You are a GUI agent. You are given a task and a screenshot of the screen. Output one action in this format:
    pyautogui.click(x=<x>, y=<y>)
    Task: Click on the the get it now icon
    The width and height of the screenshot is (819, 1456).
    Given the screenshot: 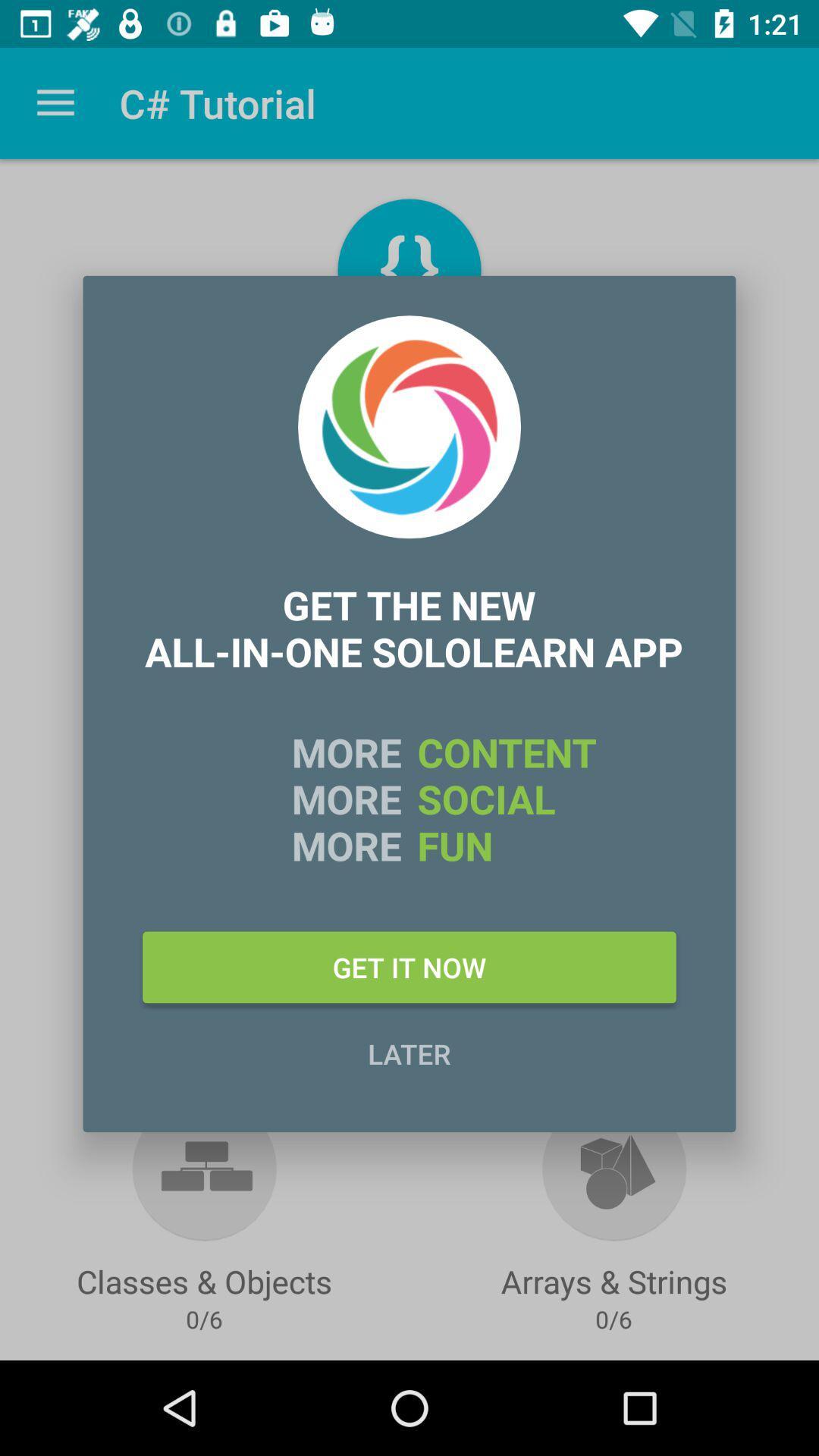 What is the action you would take?
    pyautogui.click(x=409, y=966)
    